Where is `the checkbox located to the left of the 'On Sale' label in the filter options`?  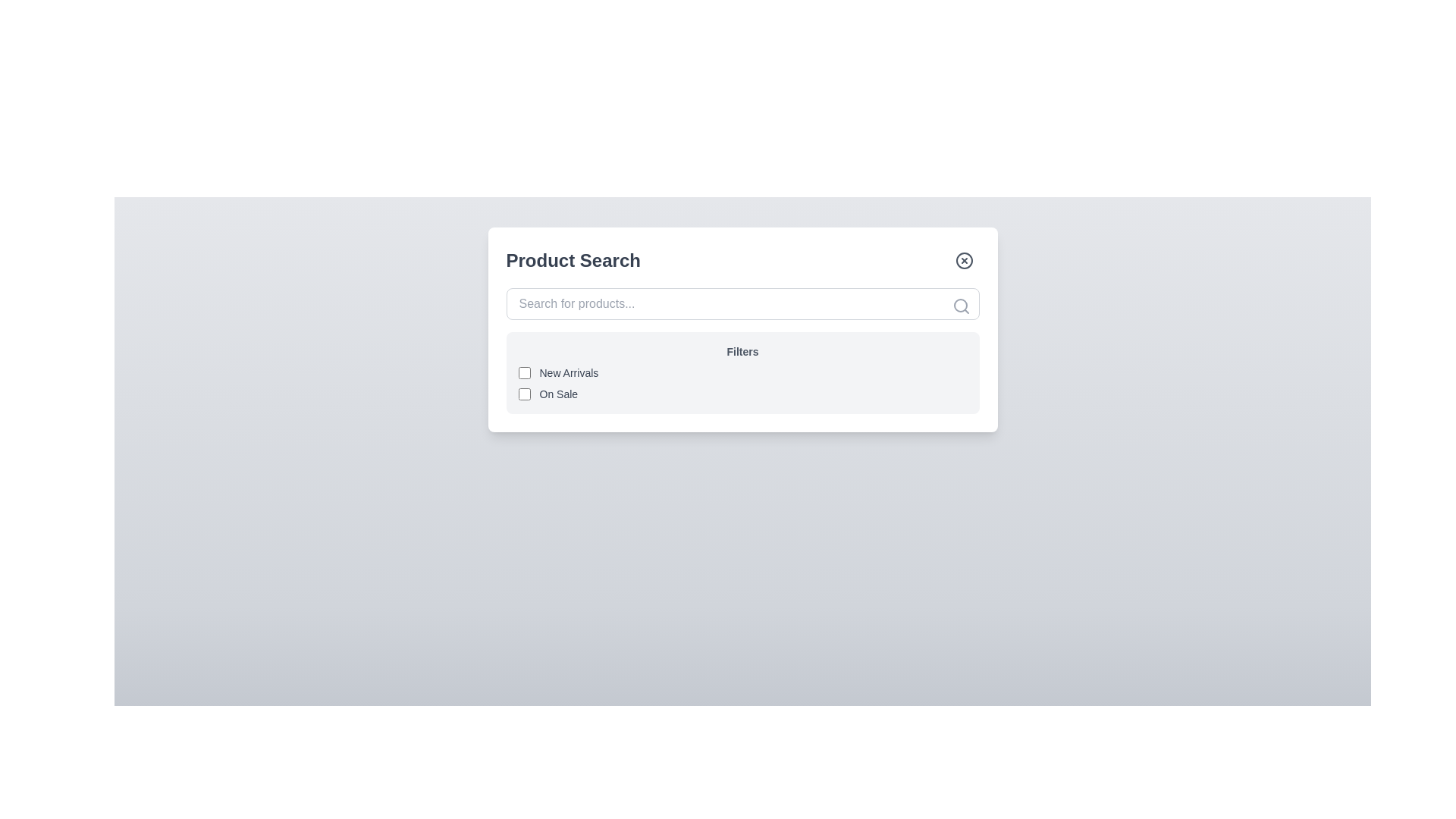
the checkbox located to the left of the 'On Sale' label in the filter options is located at coordinates (524, 394).